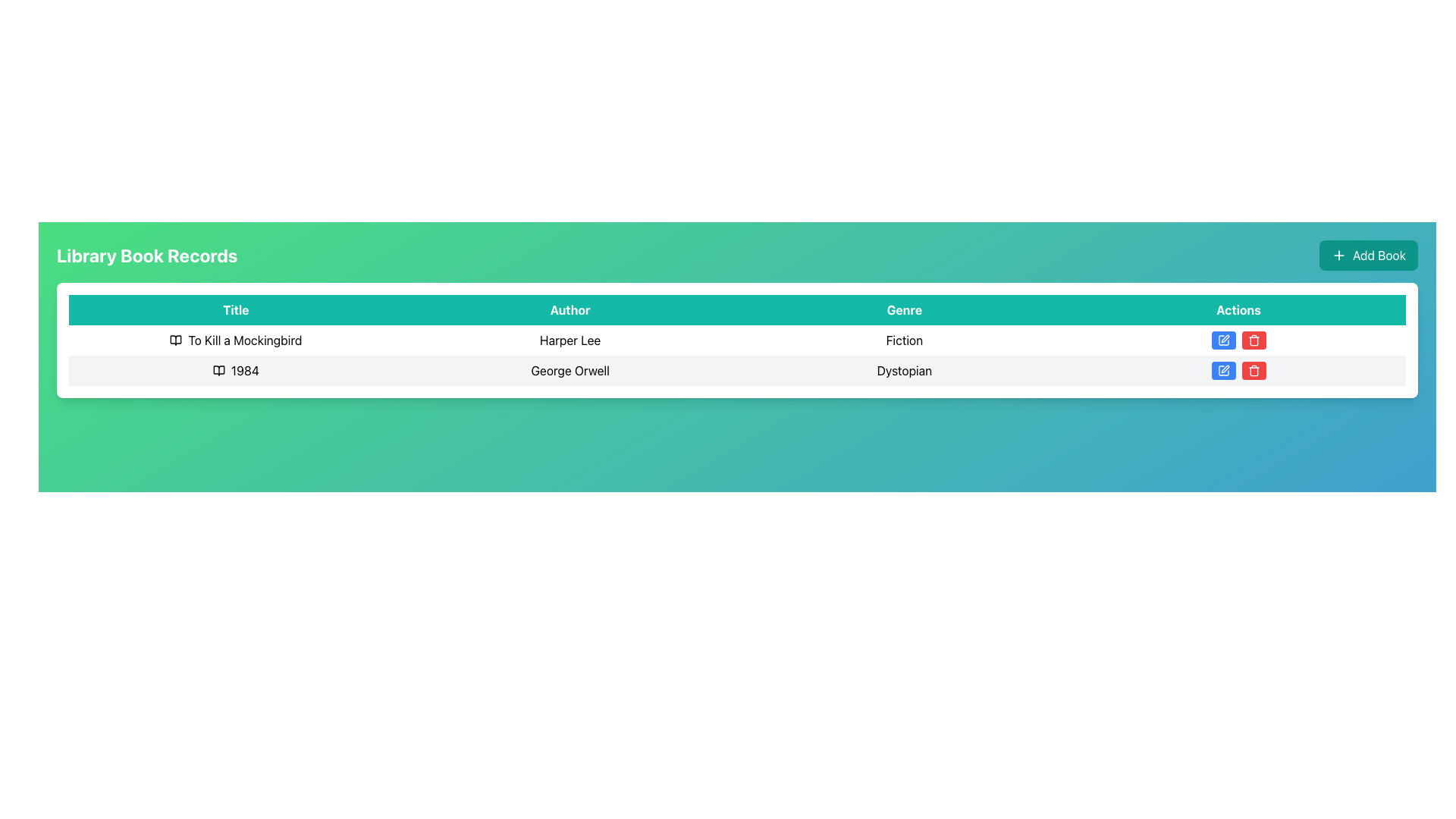 The width and height of the screenshot is (1456, 819). Describe the element at coordinates (235, 371) in the screenshot. I see `text '1984' which is styled in black and is adjacent to a book icon in the second row of the table under the 'Title' column` at that location.